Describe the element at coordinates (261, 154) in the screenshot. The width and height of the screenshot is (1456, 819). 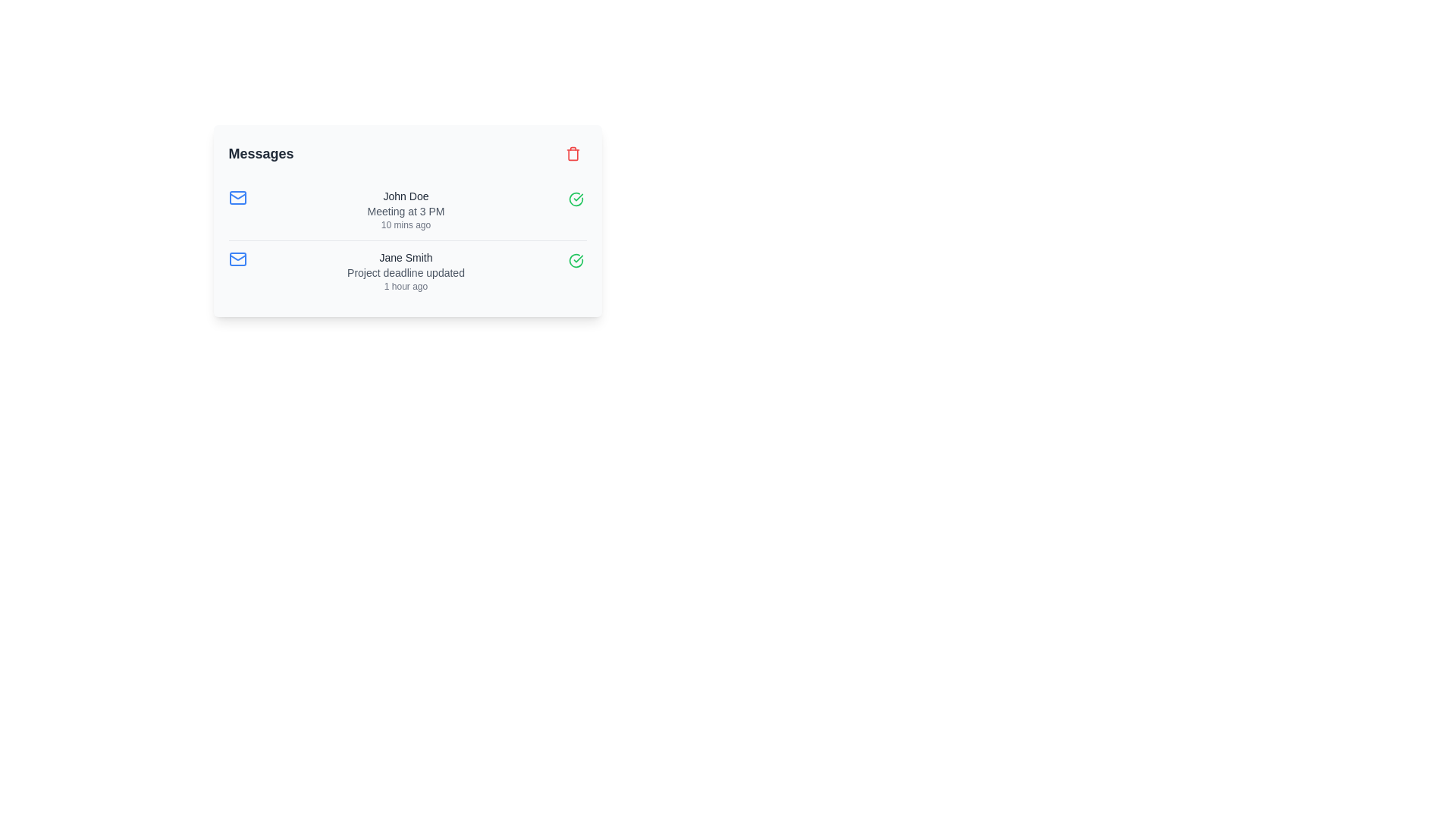
I see `on the bold, large-sized header text labeled 'Messages' which is positioned at the upper-left of a white card interface` at that location.